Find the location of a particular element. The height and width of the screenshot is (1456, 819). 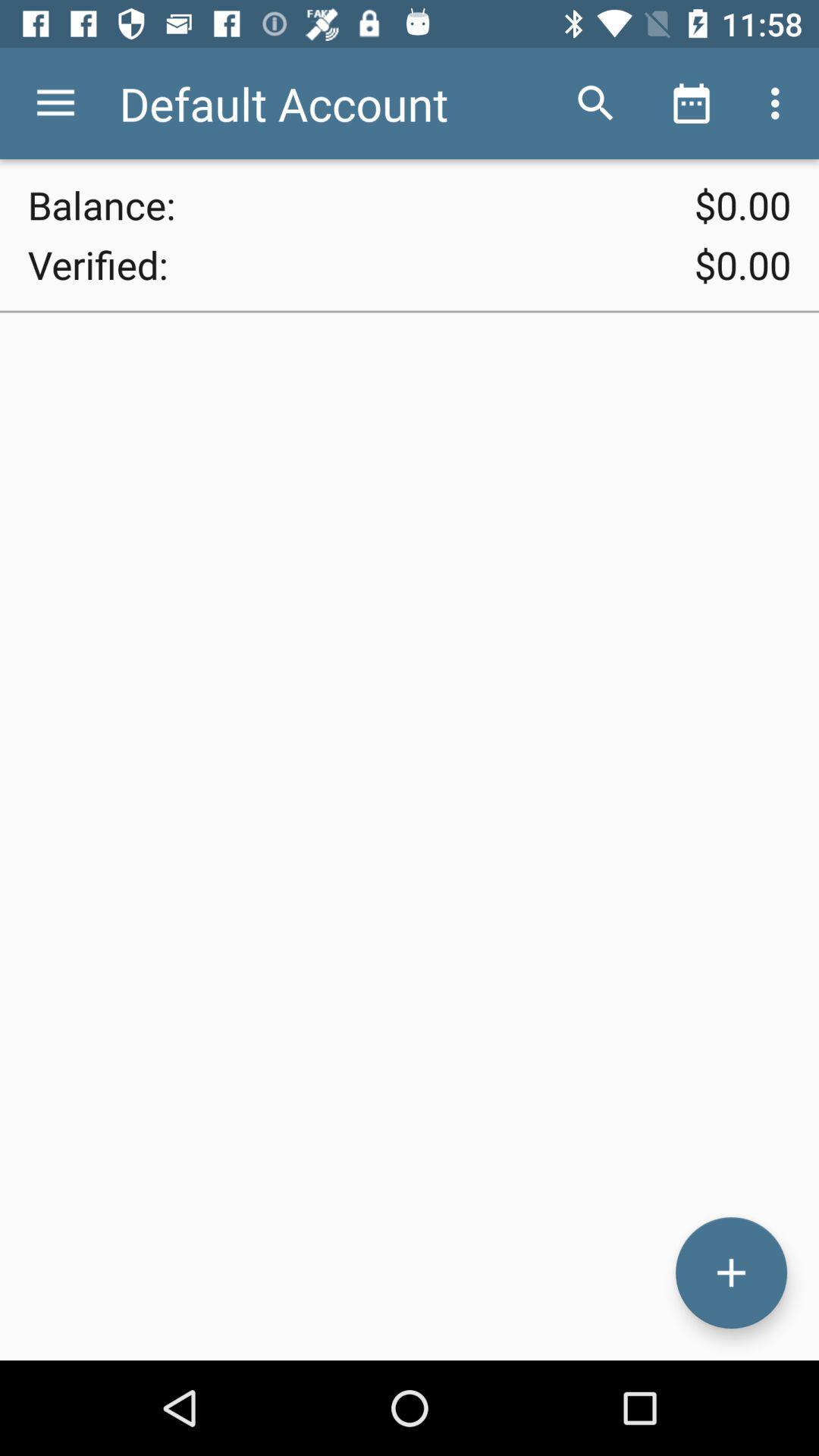

icon to the left of the default account item is located at coordinates (55, 102).